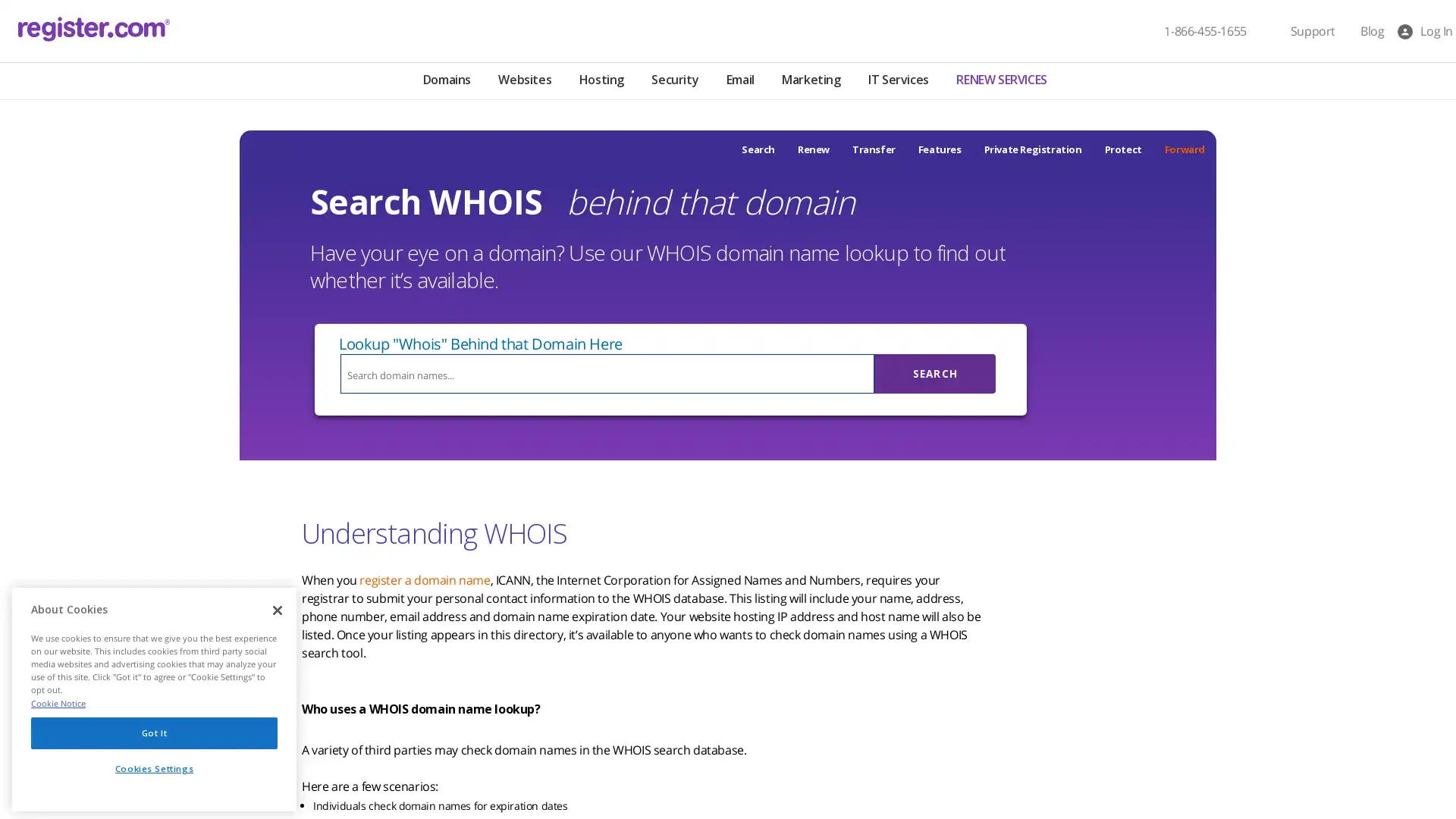 This screenshot has width=1456, height=819. Describe the element at coordinates (277, 610) in the screenshot. I see `Close` at that location.